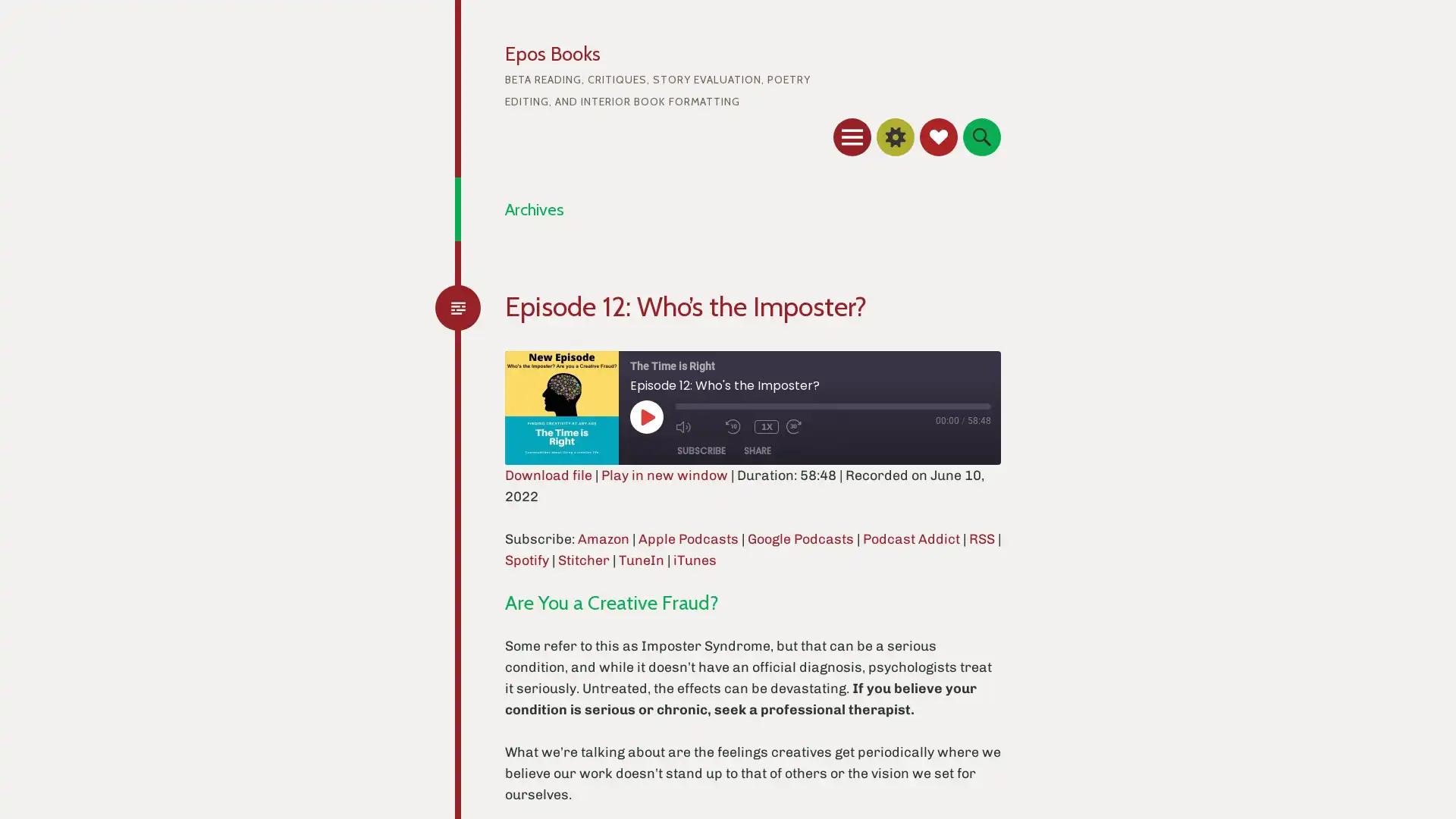  What do you see at coordinates (701, 450) in the screenshot?
I see `SUBSCRIBE` at bounding box center [701, 450].